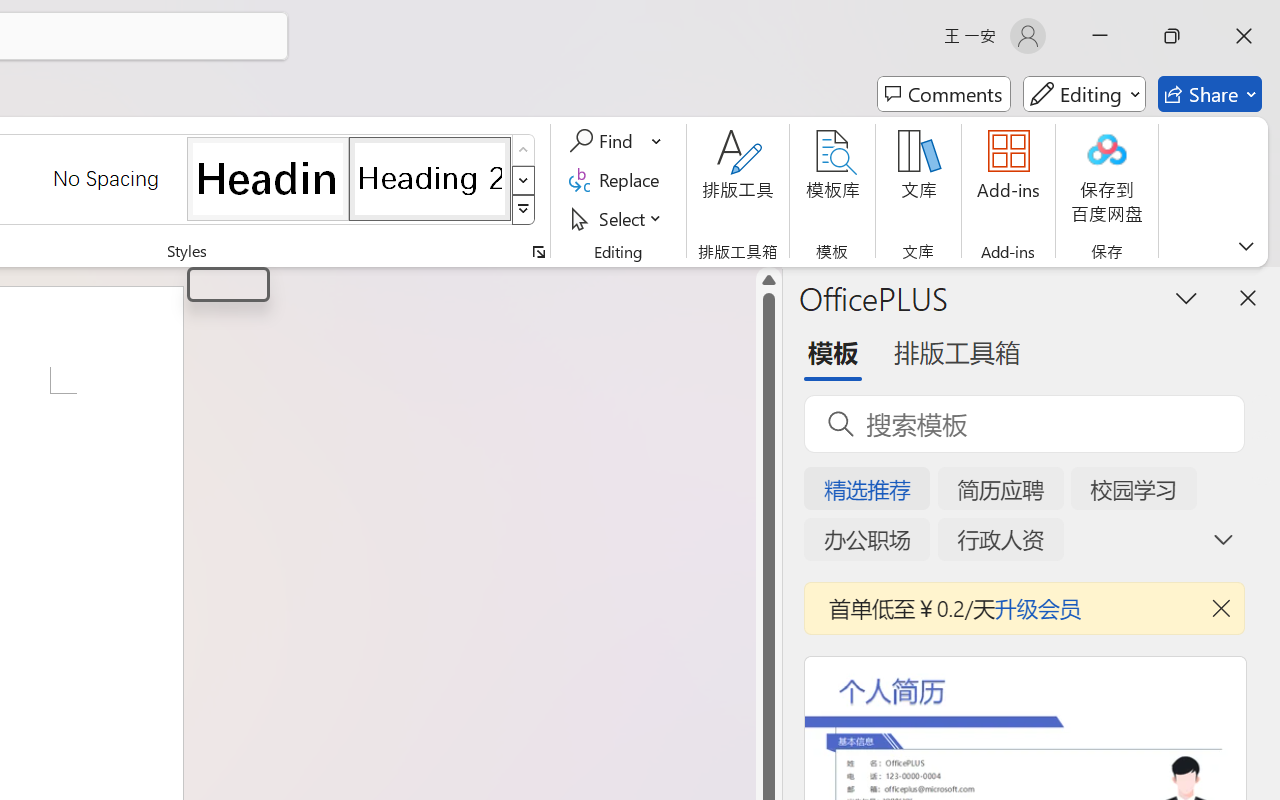 The height and width of the screenshot is (800, 1280). What do you see at coordinates (616, 179) in the screenshot?
I see `'Replace...'` at bounding box center [616, 179].